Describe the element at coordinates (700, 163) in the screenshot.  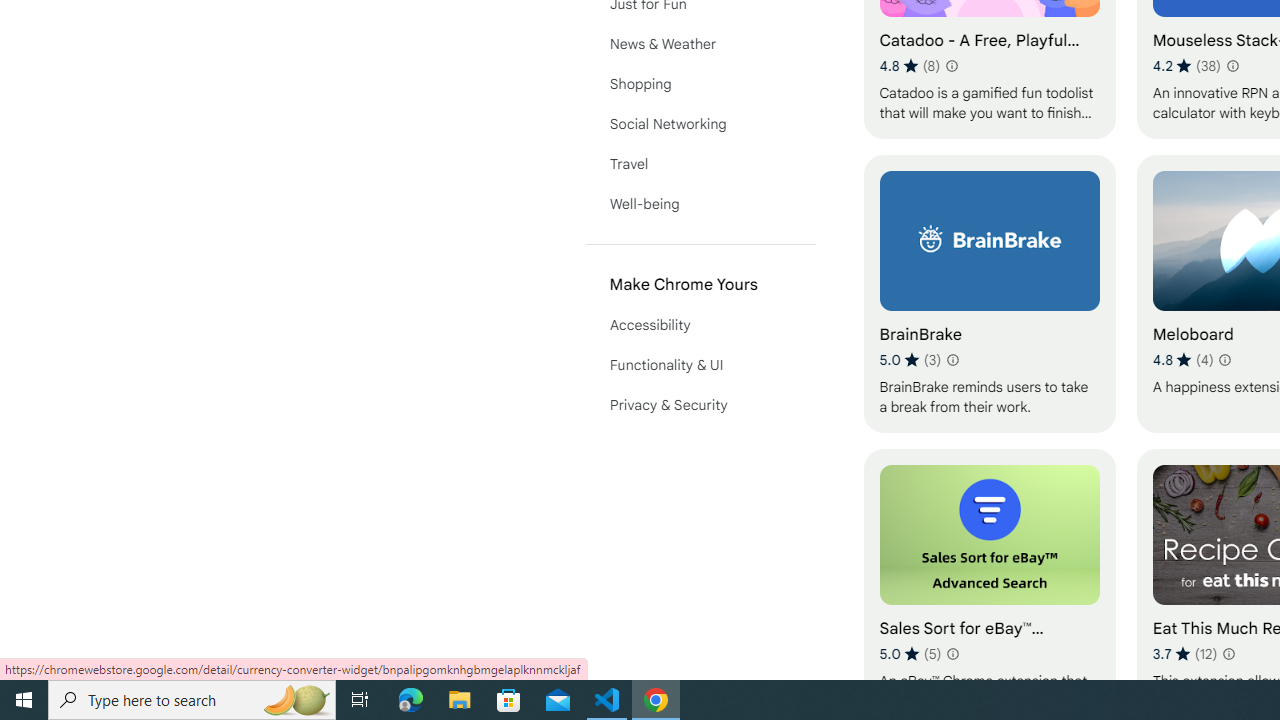
I see `'Travel'` at that location.